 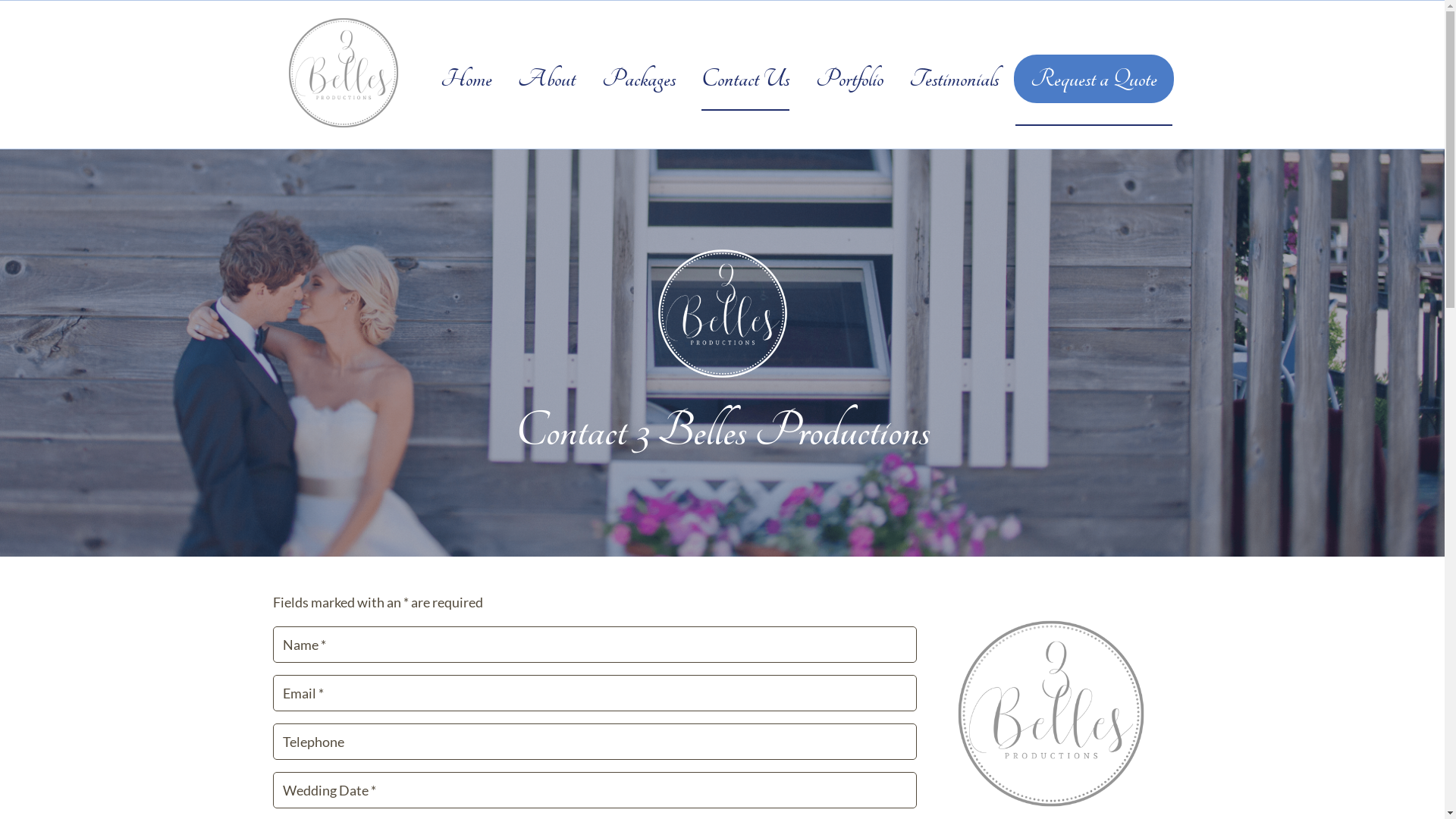 What do you see at coordinates (849, 79) in the screenshot?
I see `'Portfolio'` at bounding box center [849, 79].